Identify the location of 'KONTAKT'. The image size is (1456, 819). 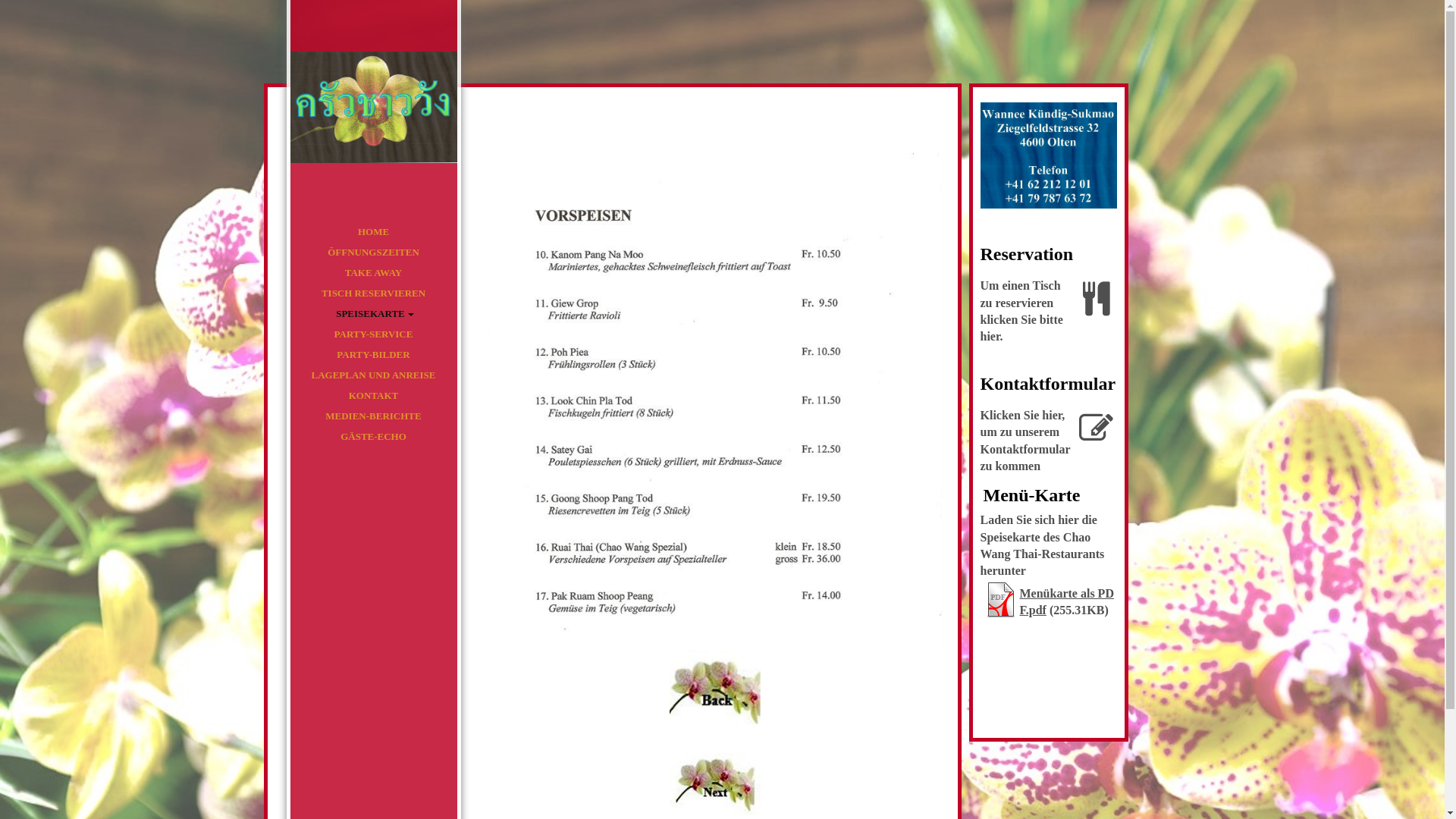
(372, 394).